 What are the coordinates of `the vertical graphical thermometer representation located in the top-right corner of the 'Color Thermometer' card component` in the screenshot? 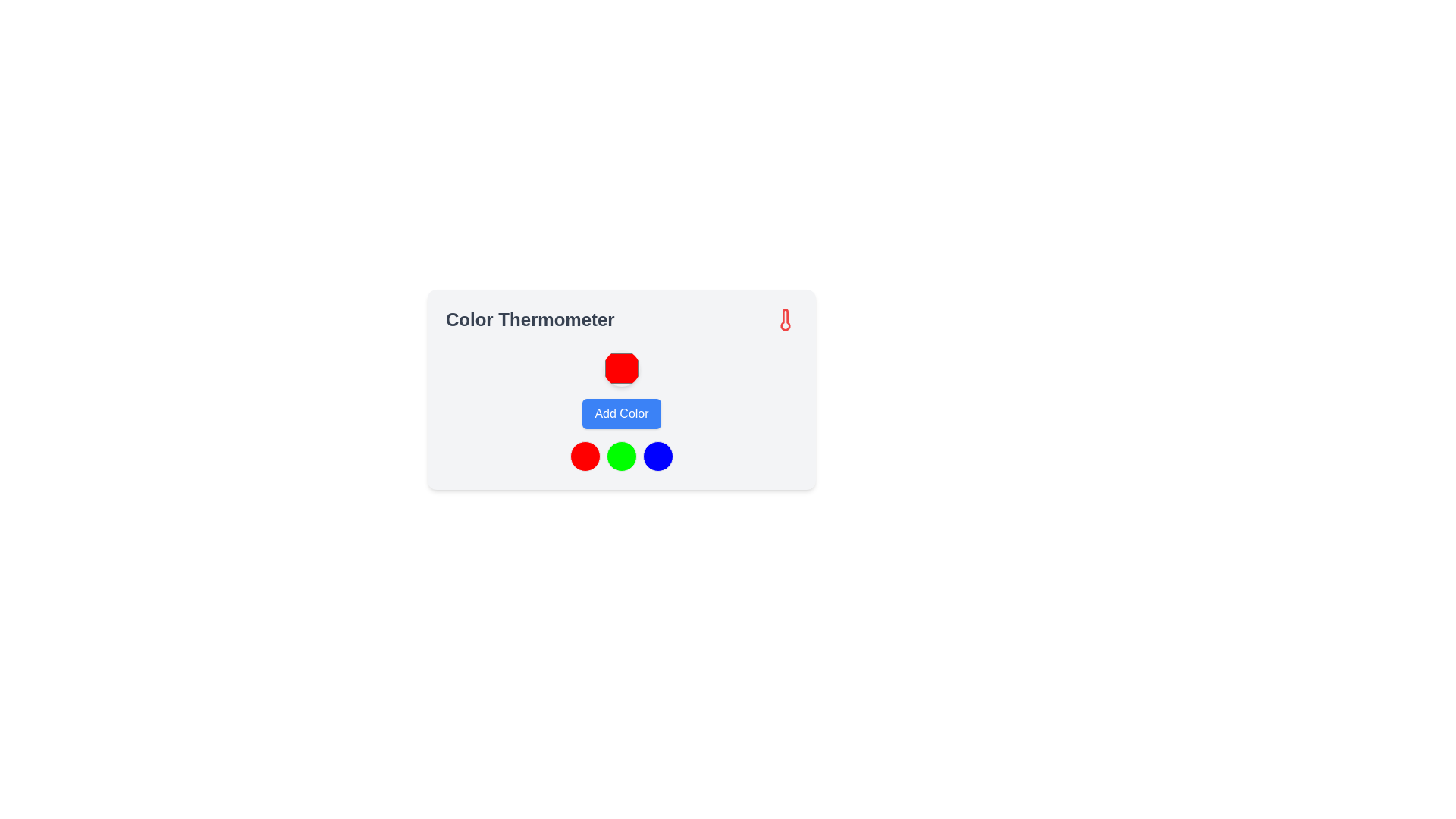 It's located at (786, 318).